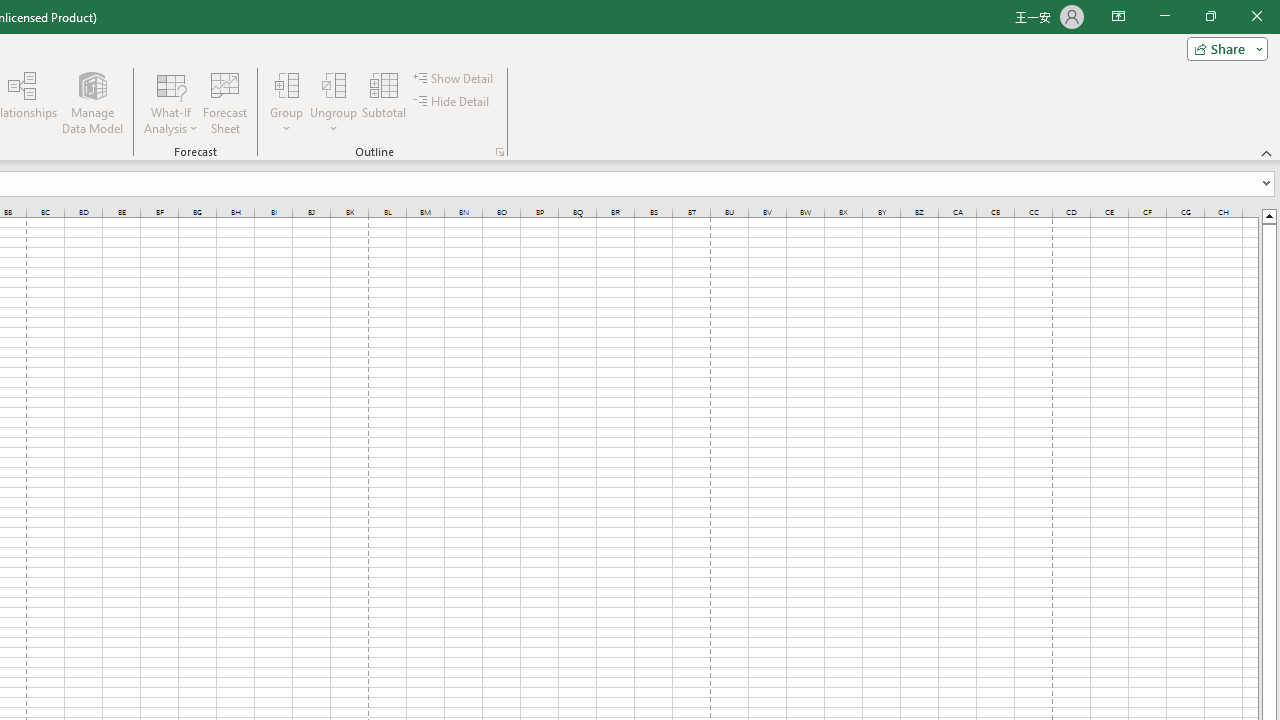 This screenshot has width=1280, height=720. What do you see at coordinates (286, 103) in the screenshot?
I see `'Group...'` at bounding box center [286, 103].